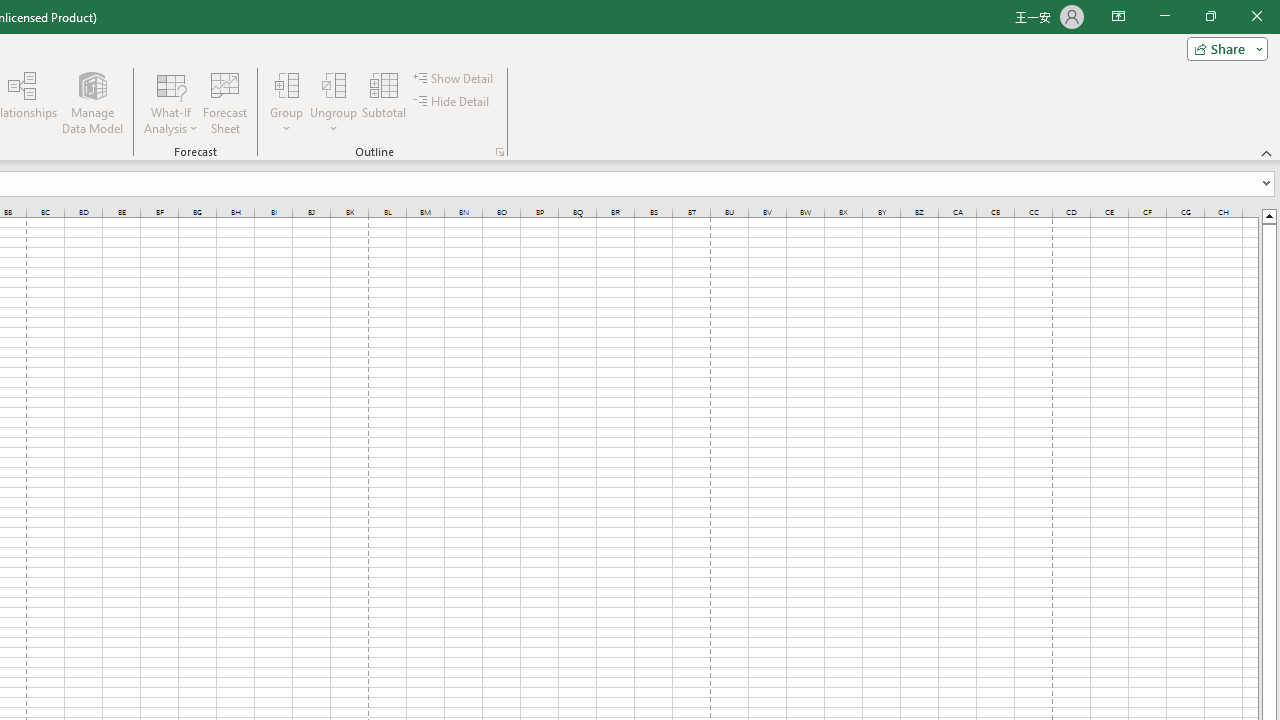 This screenshot has width=1280, height=720. What do you see at coordinates (286, 103) in the screenshot?
I see `'Group...'` at bounding box center [286, 103].